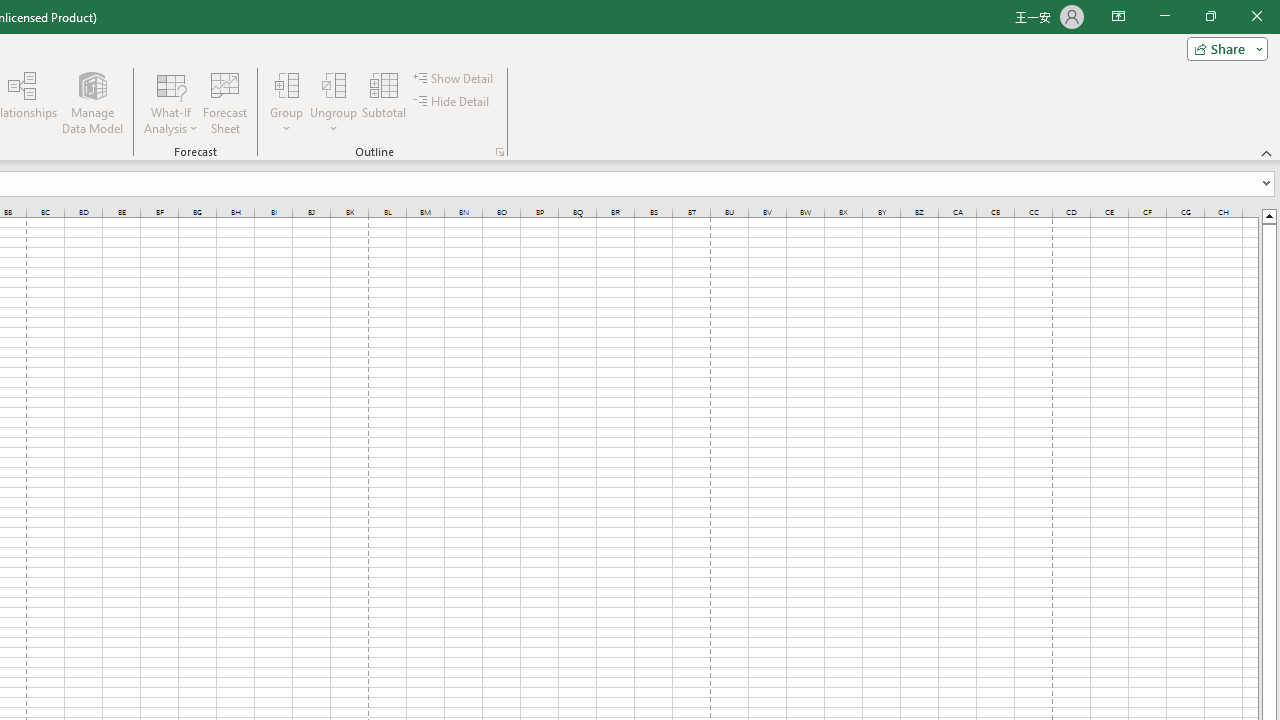 This screenshot has width=1280, height=720. What do you see at coordinates (286, 103) in the screenshot?
I see `'Group...'` at bounding box center [286, 103].